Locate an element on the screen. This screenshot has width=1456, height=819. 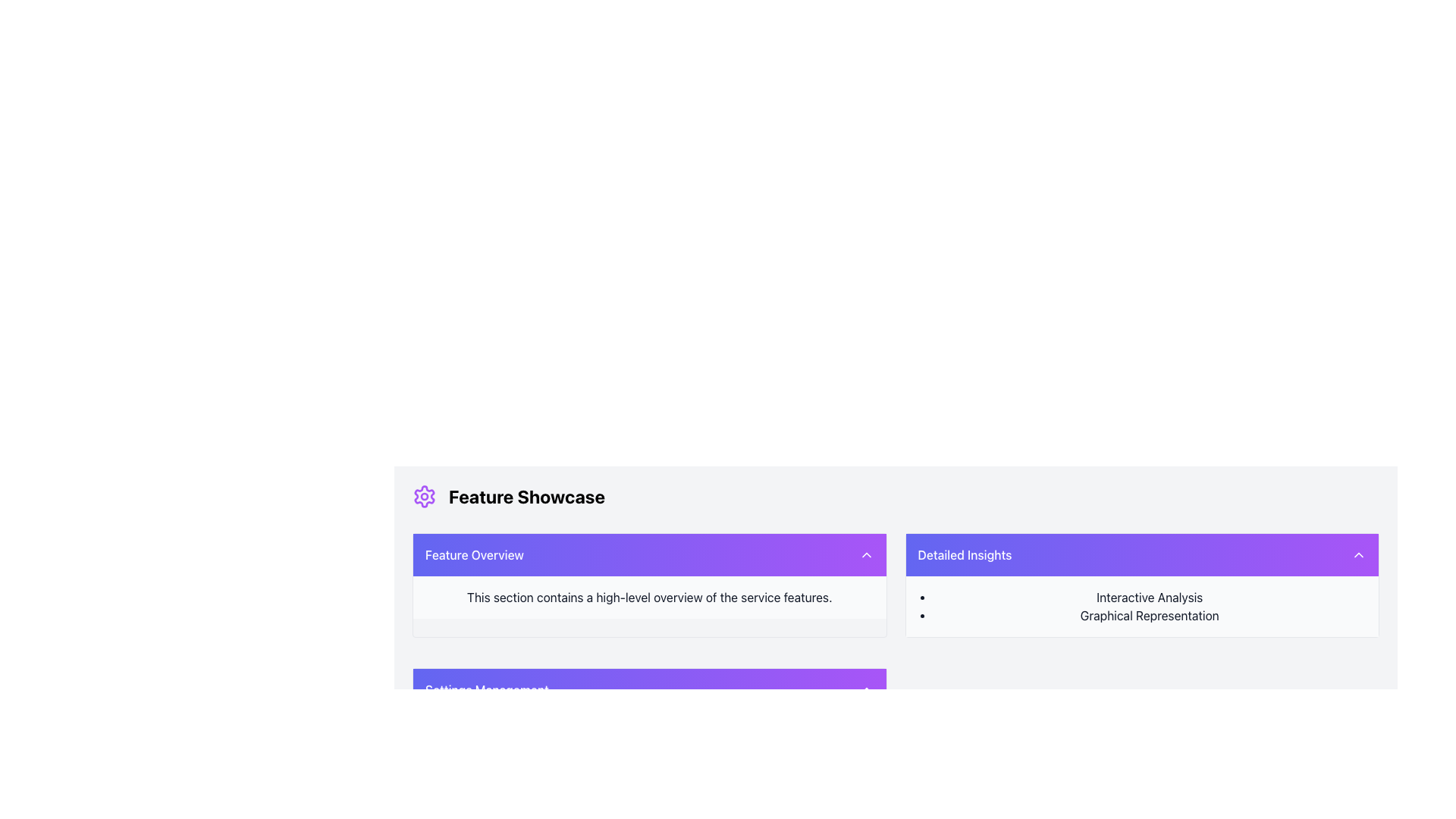
the Button or Toggle Header located under the 'Feature Showcase' section is located at coordinates (649, 690).